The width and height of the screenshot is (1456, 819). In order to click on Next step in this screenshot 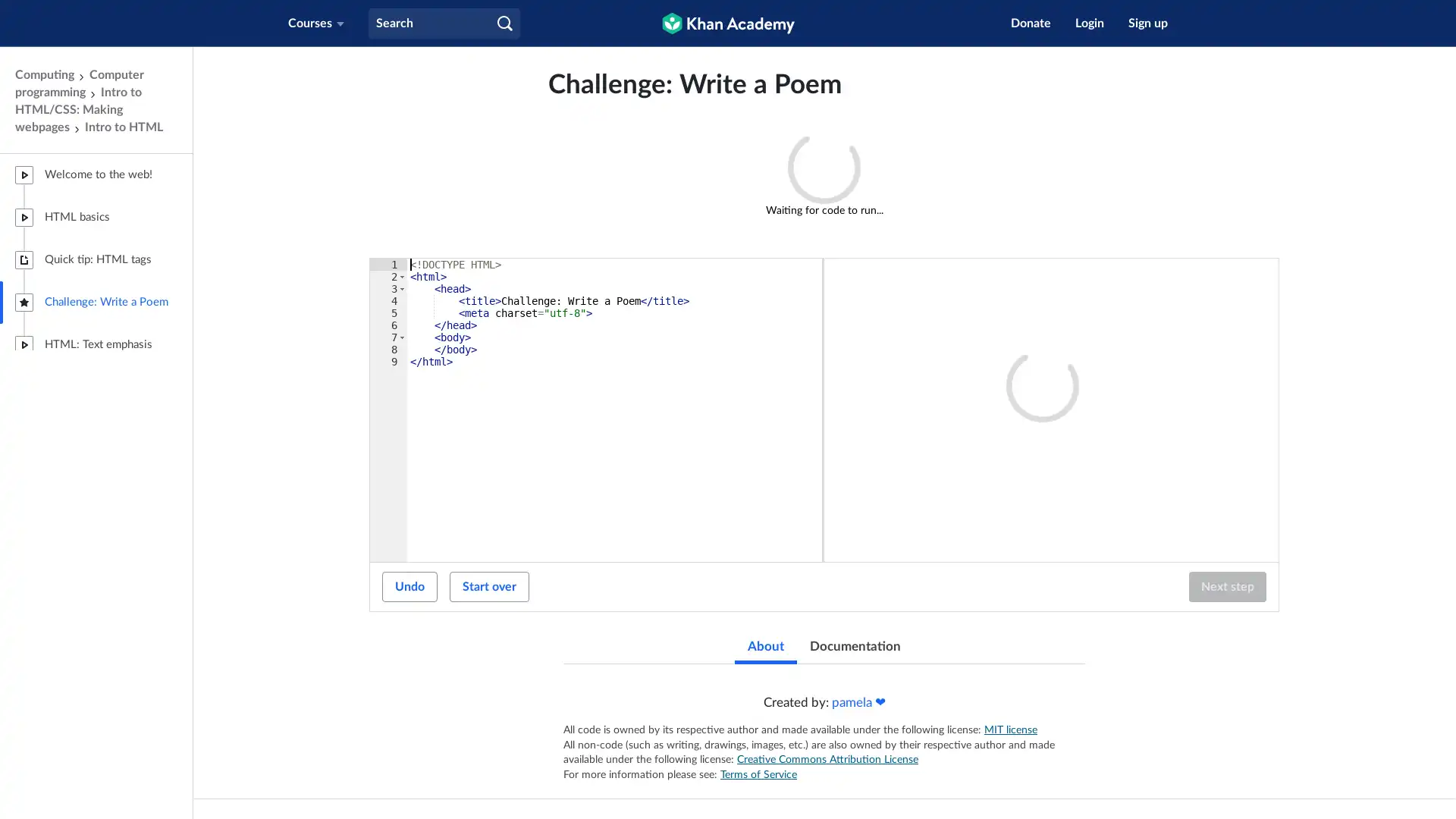, I will do `click(1227, 580)`.